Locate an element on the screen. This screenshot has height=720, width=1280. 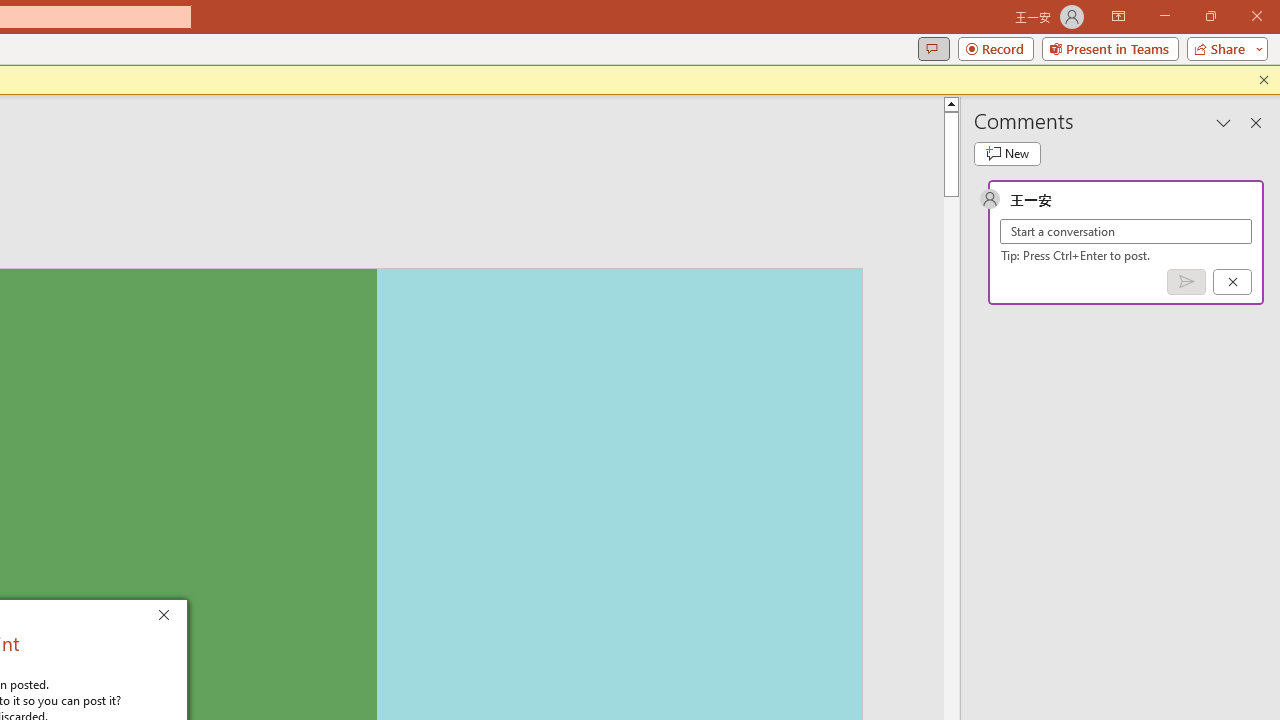
'New comment' is located at coordinates (1007, 153).